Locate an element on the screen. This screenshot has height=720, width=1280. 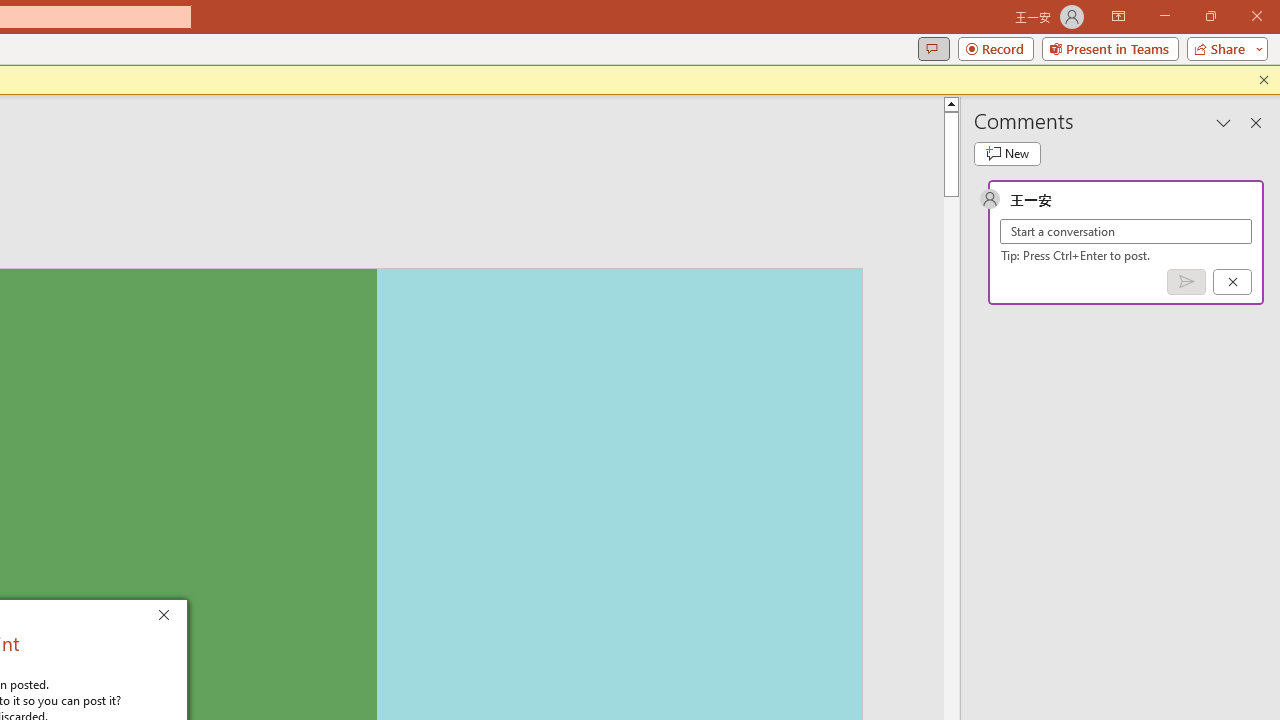
'New comment' is located at coordinates (1007, 153).